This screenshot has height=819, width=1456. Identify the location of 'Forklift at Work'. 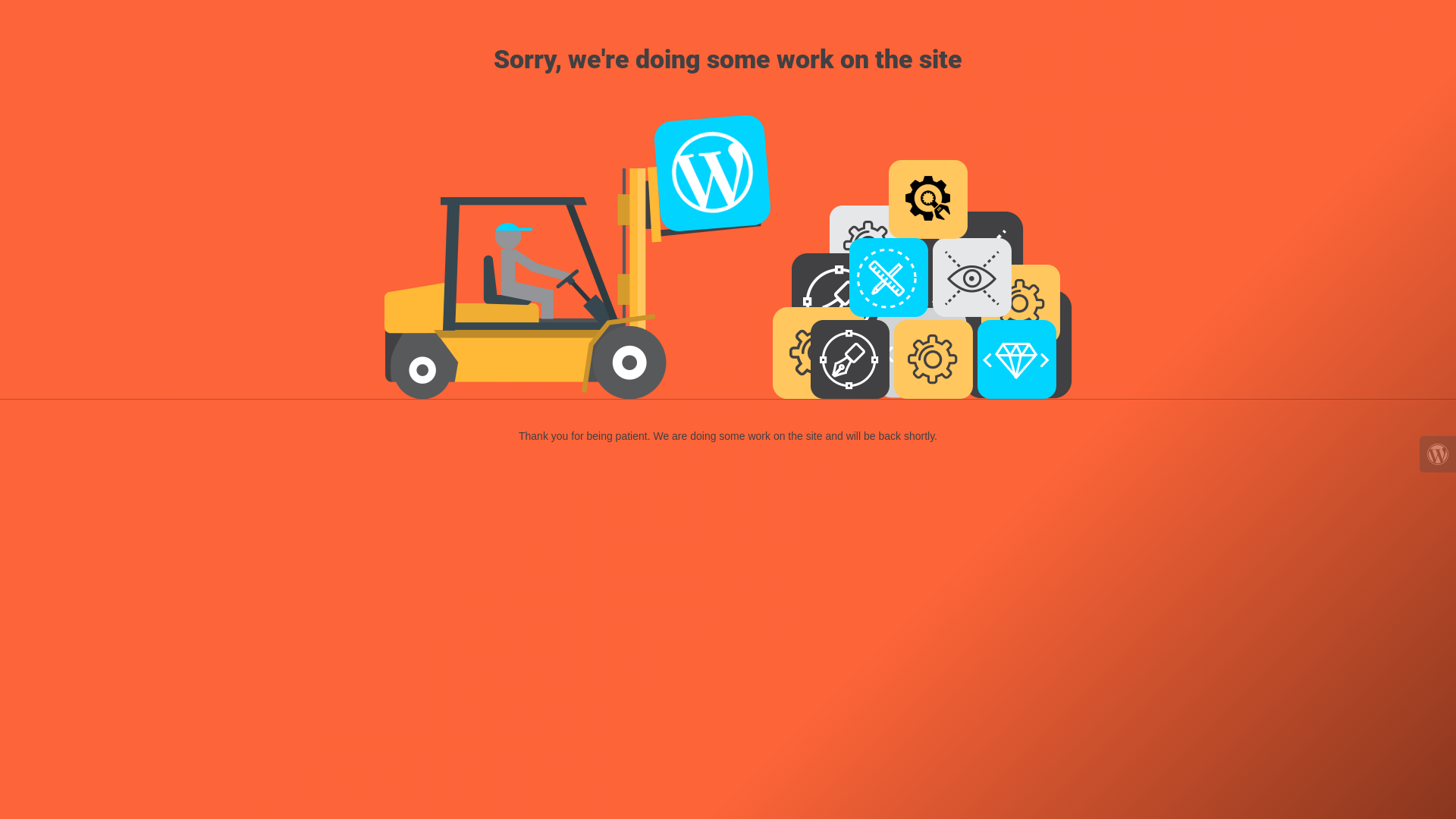
(726, 254).